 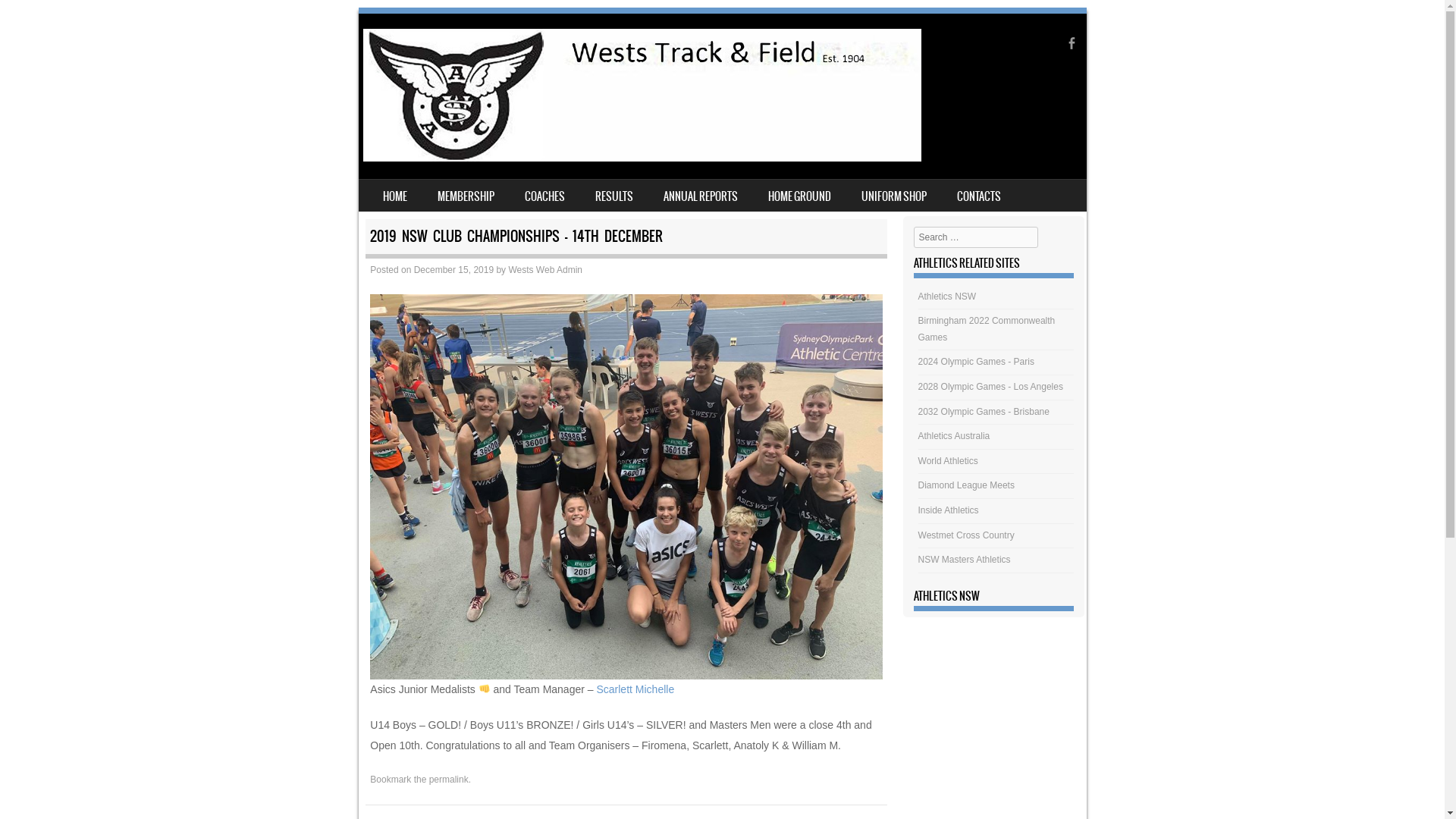 What do you see at coordinates (394, 195) in the screenshot?
I see `'HOME'` at bounding box center [394, 195].